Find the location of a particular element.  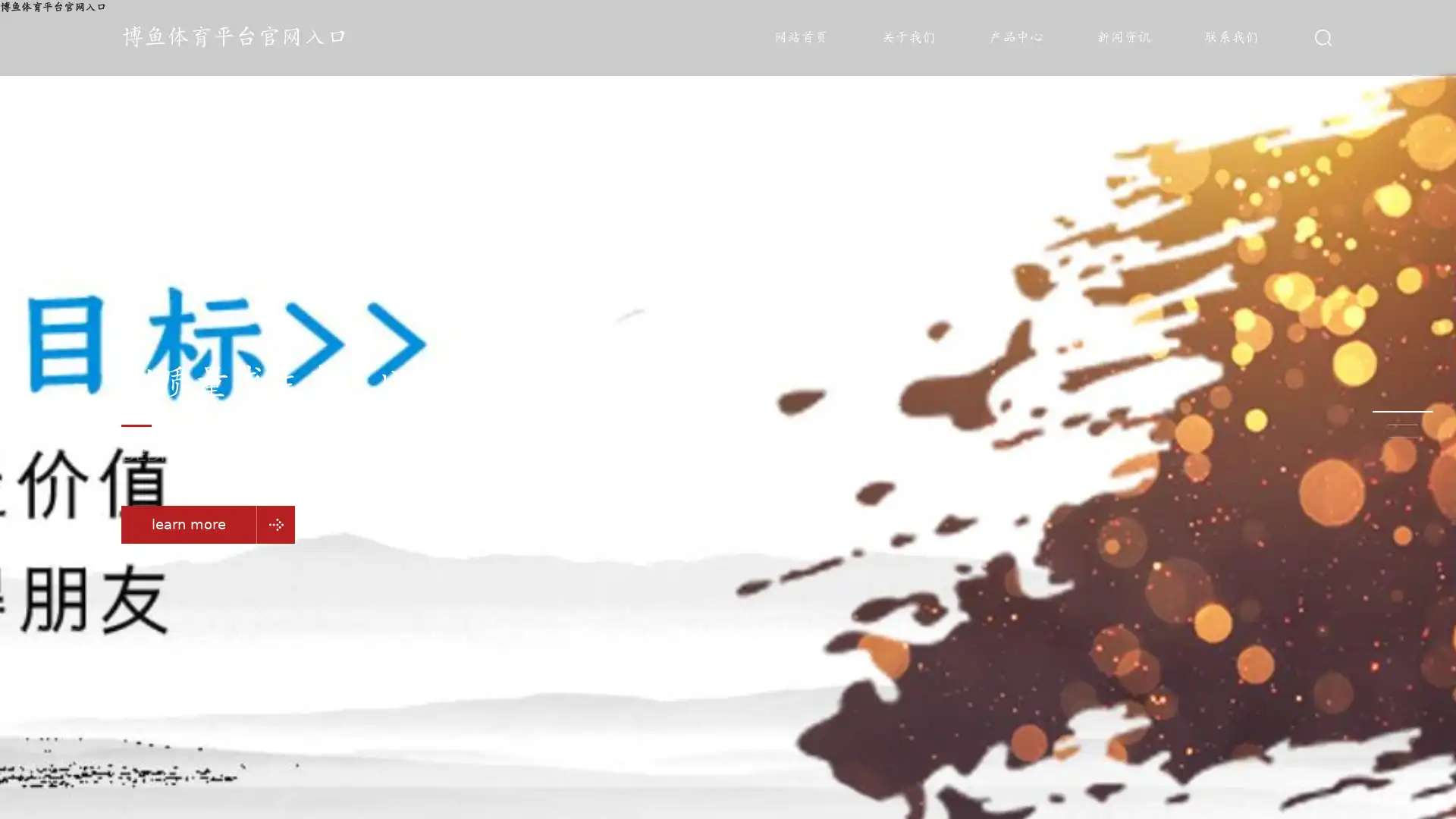

Go to slide 1 is located at coordinates (1401, 412).